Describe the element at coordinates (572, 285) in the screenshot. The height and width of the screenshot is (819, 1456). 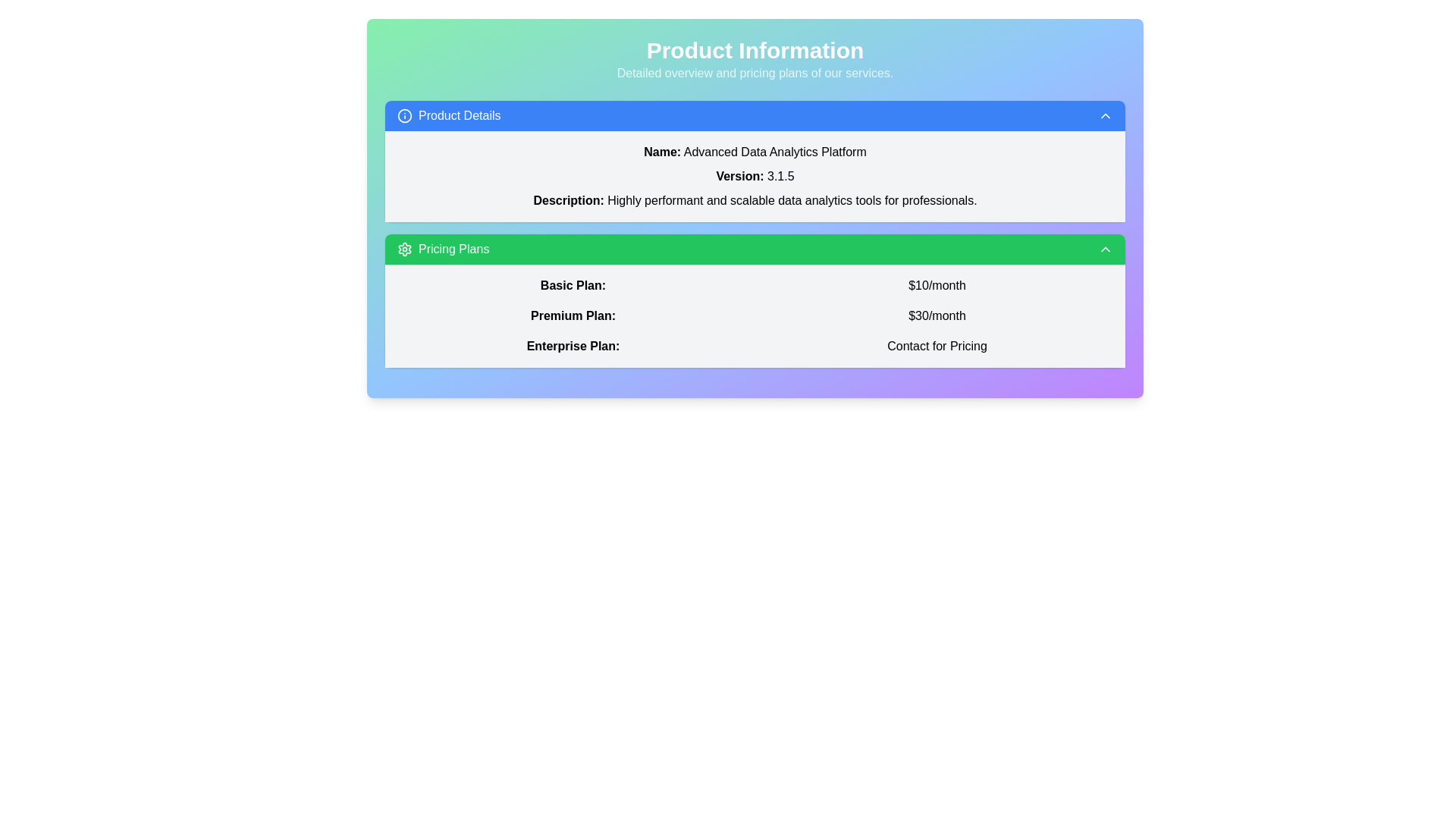
I see `the 'Basic Plan' text label located in the 'Pricing Plans' section` at that location.